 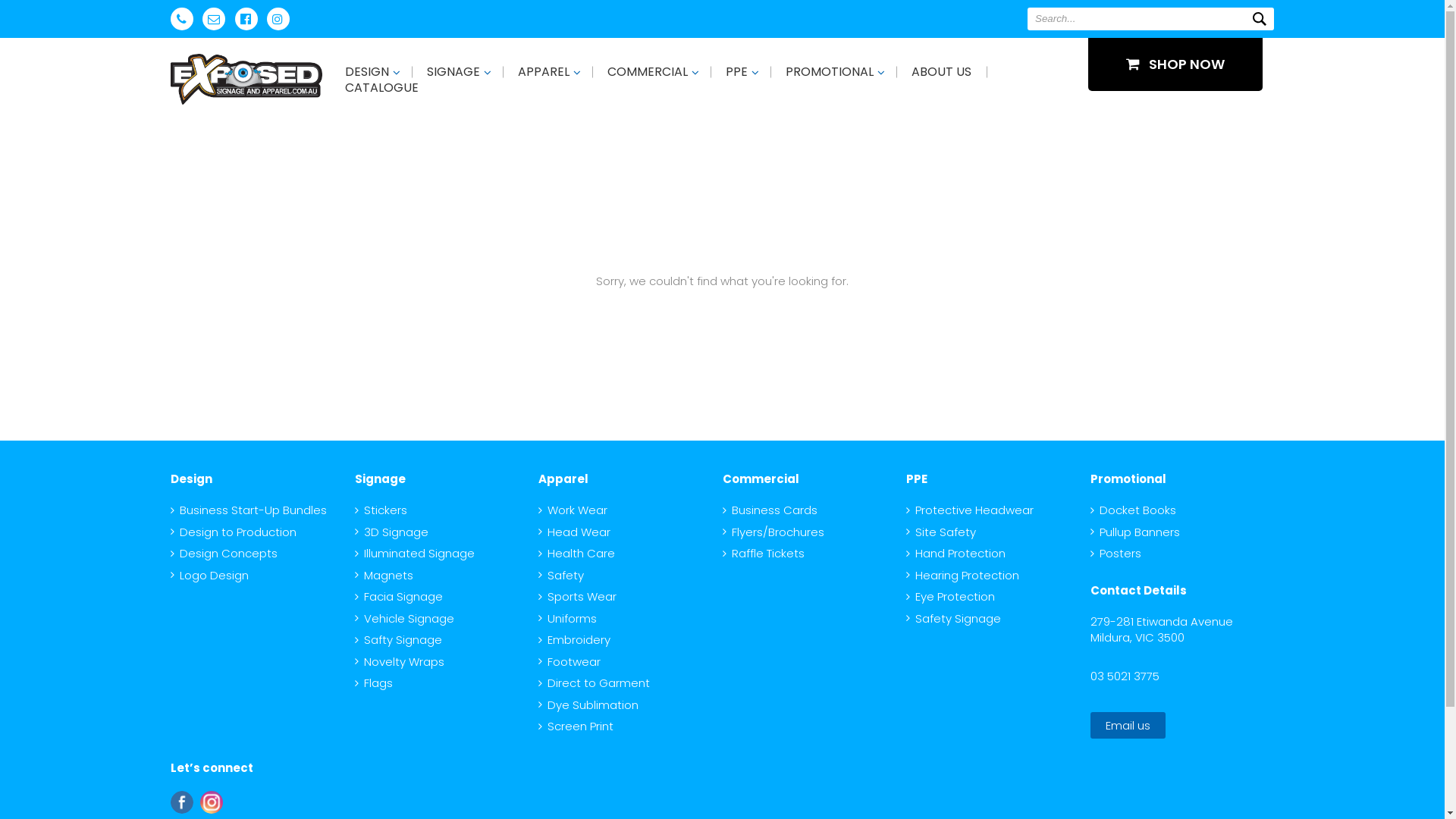 I want to click on 'Email us', so click(x=1128, y=724).